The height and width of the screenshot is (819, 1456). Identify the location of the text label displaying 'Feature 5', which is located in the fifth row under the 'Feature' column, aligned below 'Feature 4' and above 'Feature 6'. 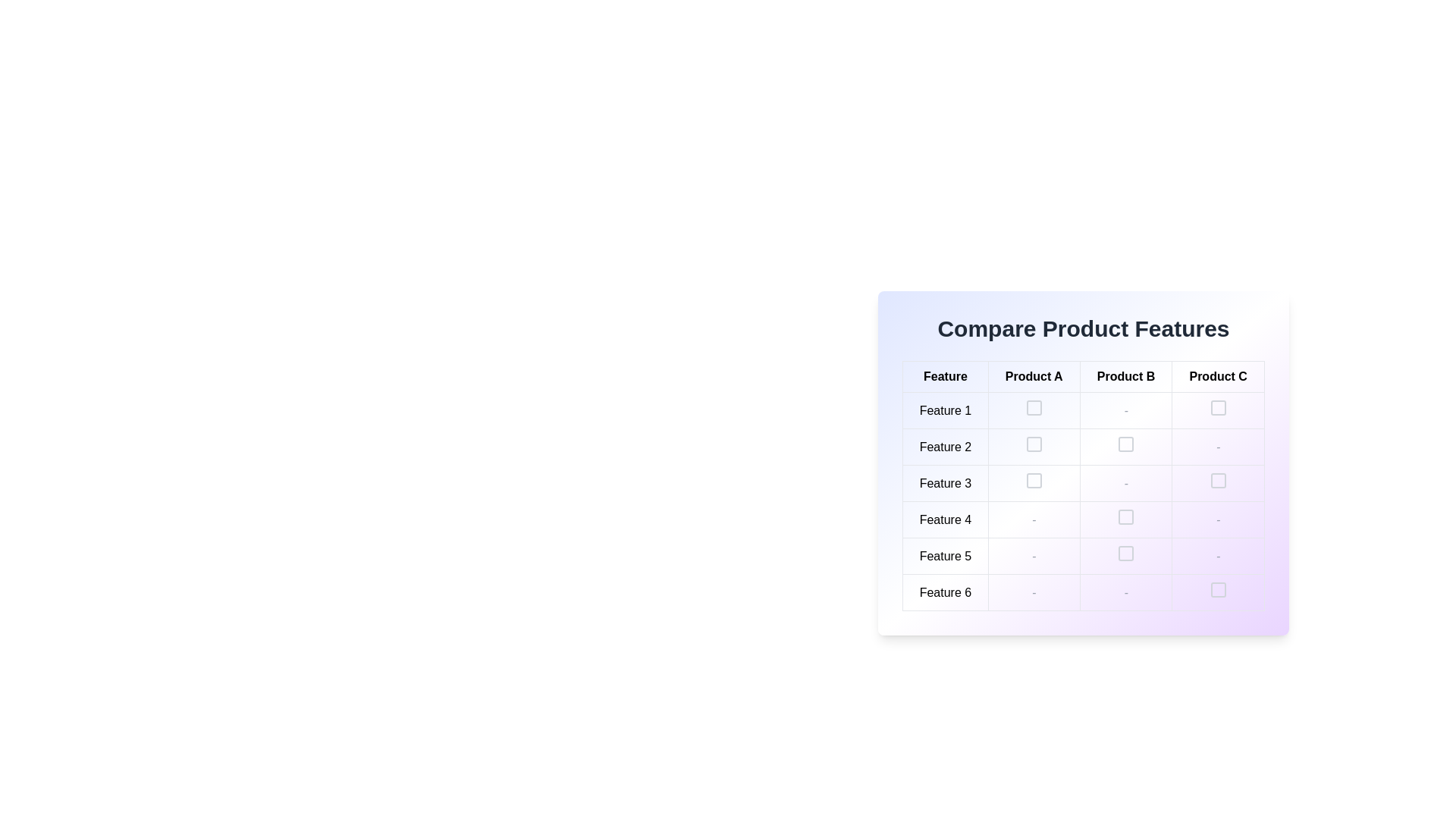
(944, 556).